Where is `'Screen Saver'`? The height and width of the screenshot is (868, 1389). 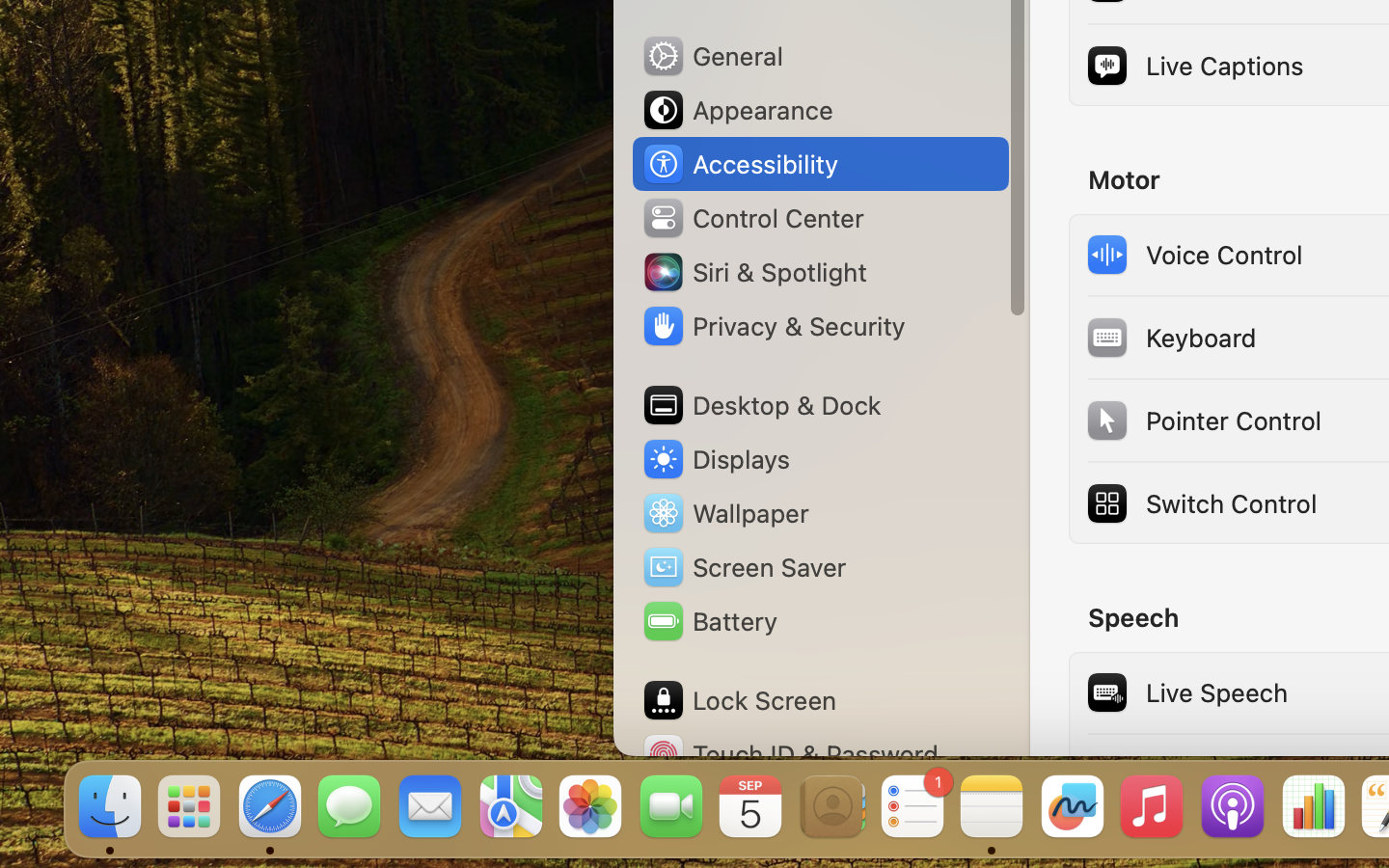
'Screen Saver' is located at coordinates (742, 566).